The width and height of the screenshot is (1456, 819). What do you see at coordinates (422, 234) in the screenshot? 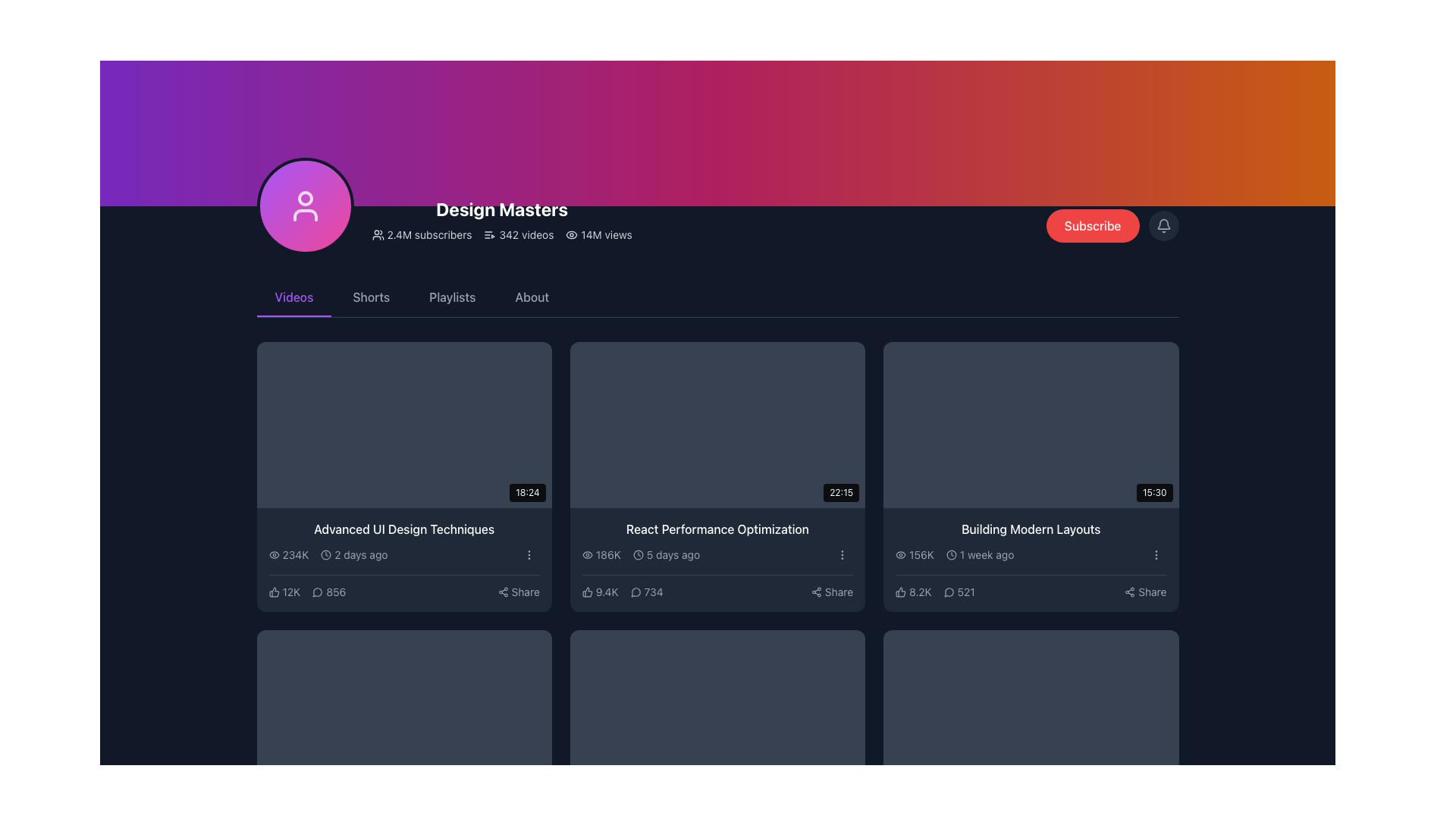
I see `the Statistic display showing '2.4M subscribers' with a user groups icon, positioned below the 'Design Masters' channel name` at bounding box center [422, 234].